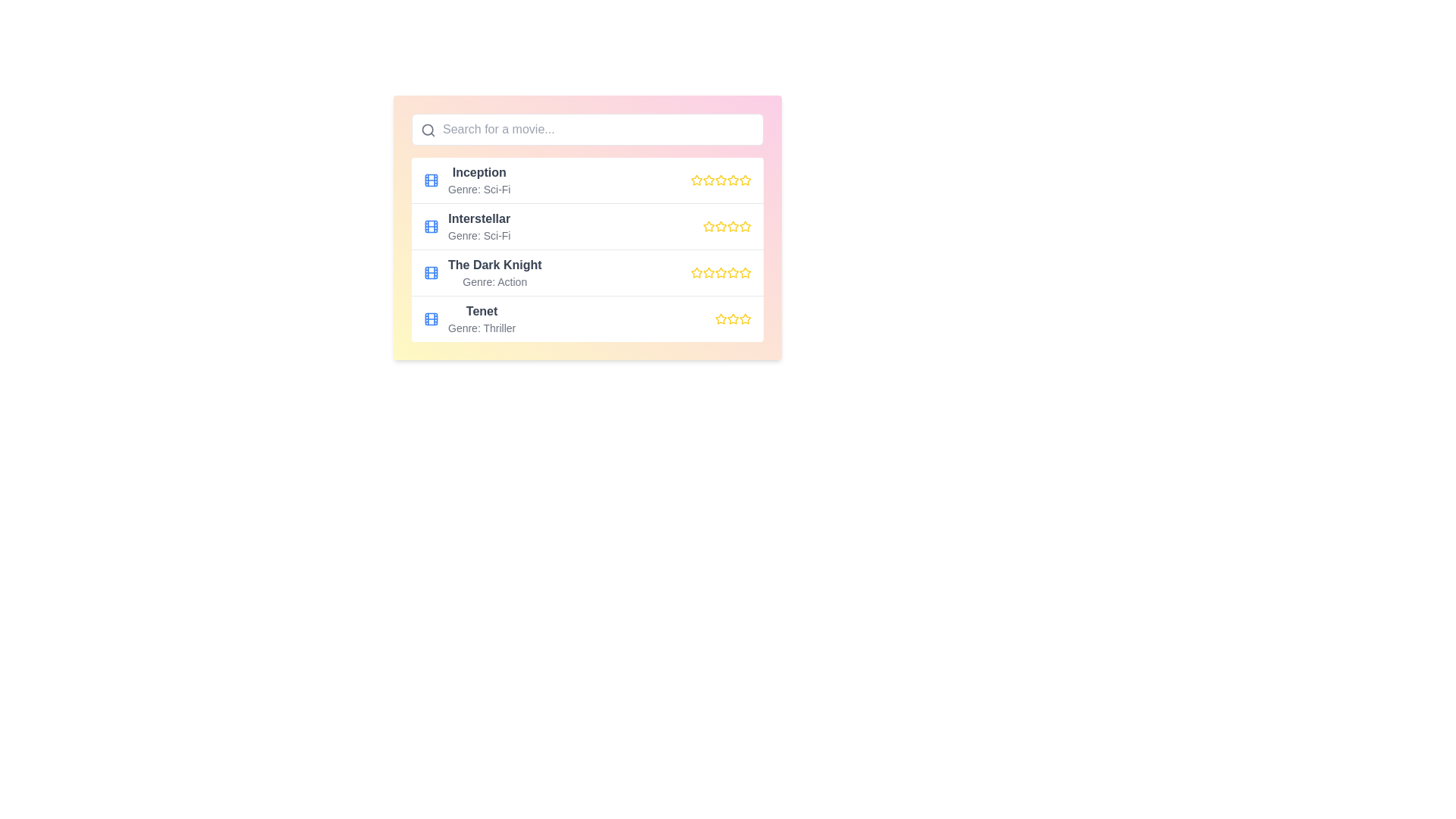  Describe the element at coordinates (466, 180) in the screenshot. I see `the first list item displaying 'Inception' in bold with a blue film reel icon` at that location.